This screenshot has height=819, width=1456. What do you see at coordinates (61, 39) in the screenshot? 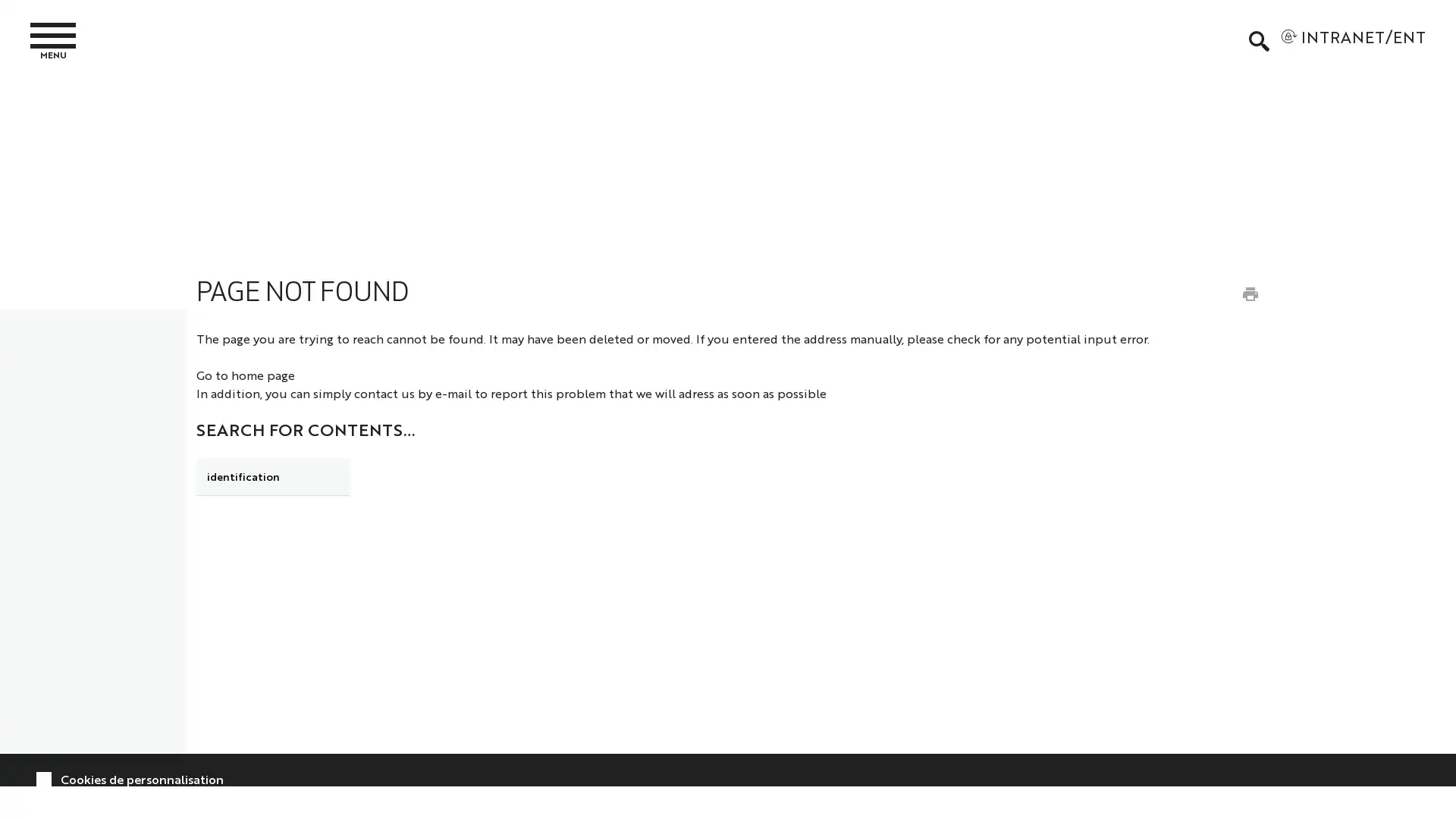
I see `OPEN MENU MENU` at bounding box center [61, 39].